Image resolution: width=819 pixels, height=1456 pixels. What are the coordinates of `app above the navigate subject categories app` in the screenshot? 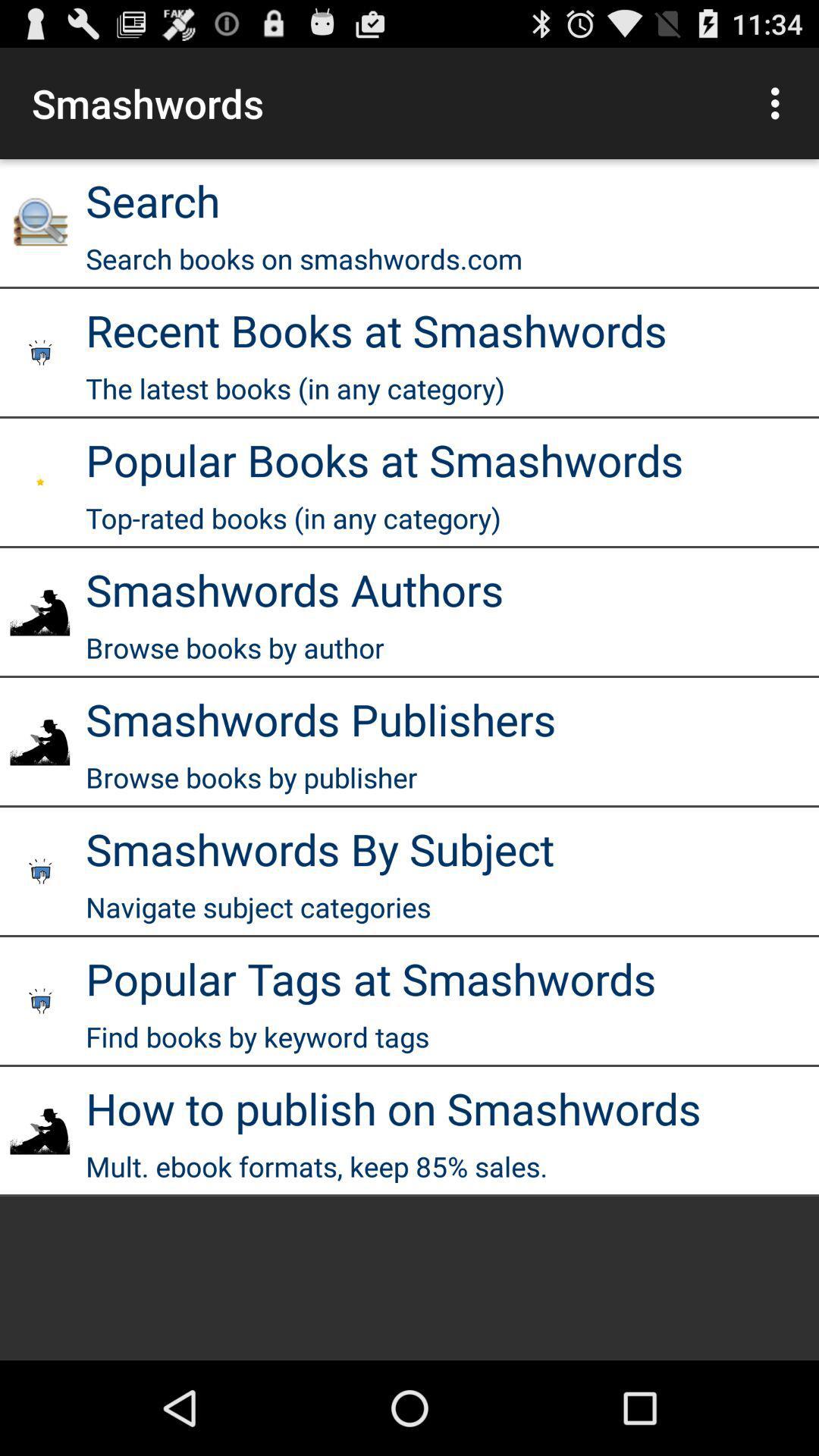 It's located at (319, 848).